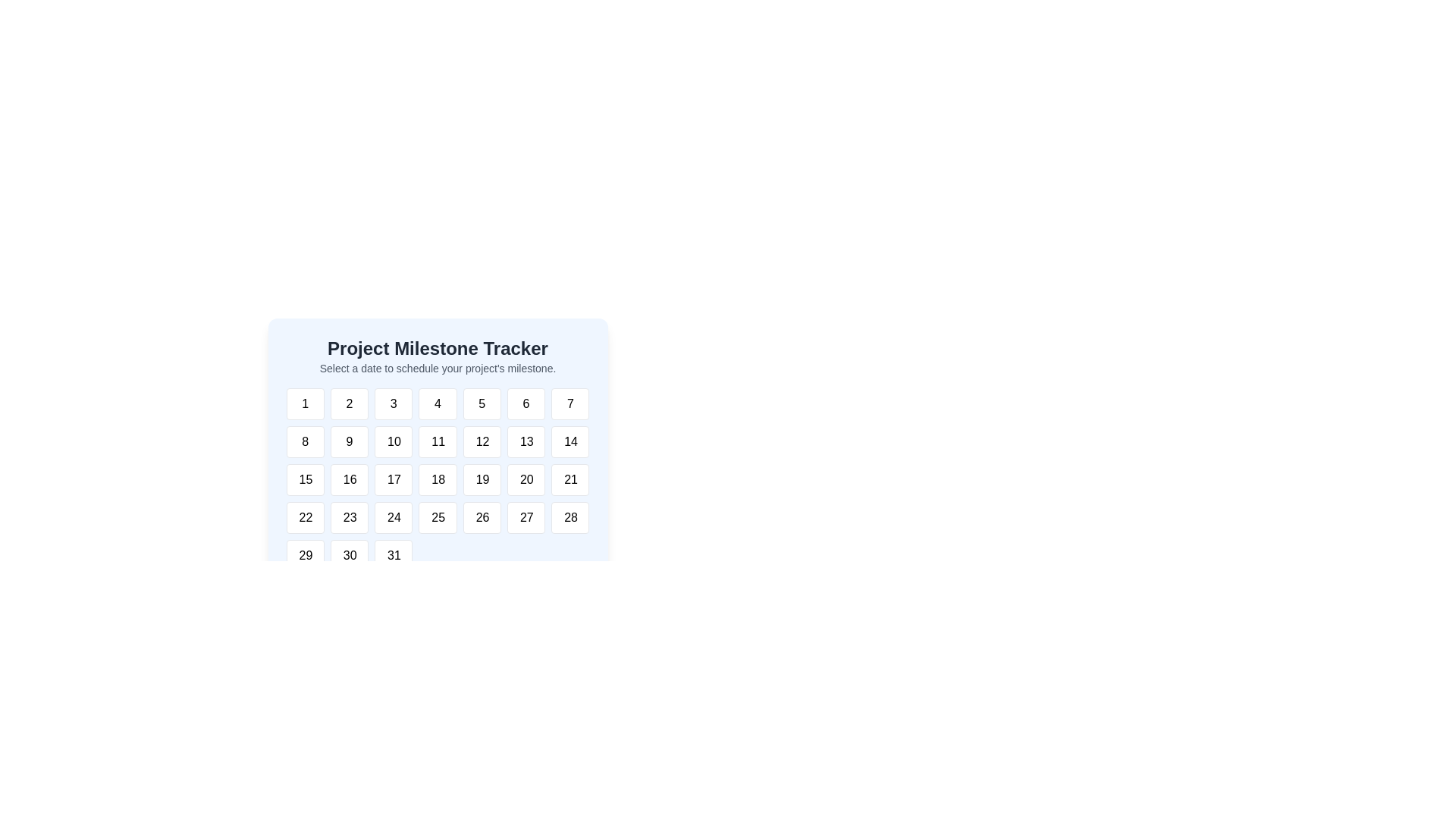  I want to click on on the Calendar date grid located in the 'Project Milestone Tracker' card, so click(437, 479).